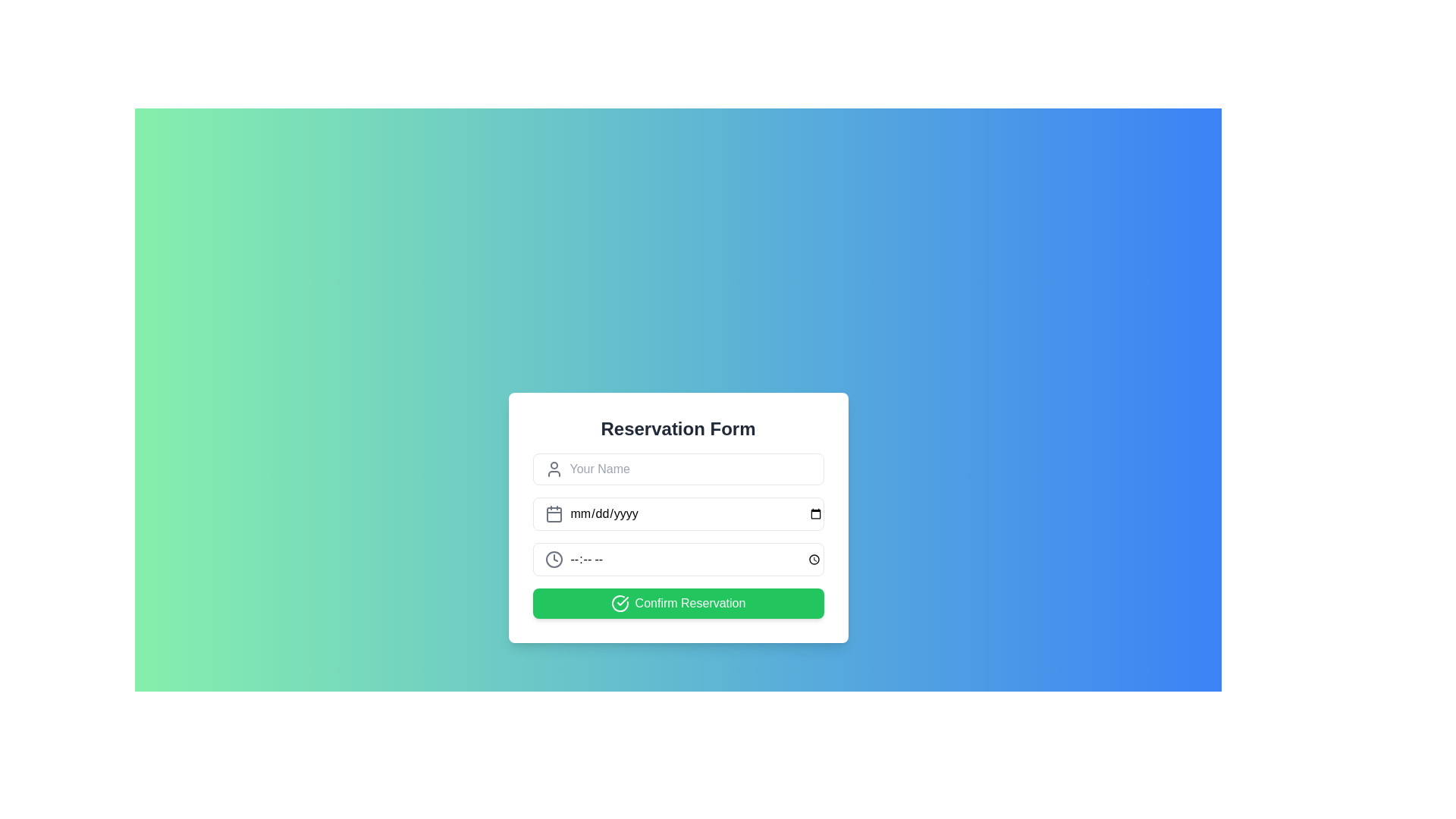  Describe the element at coordinates (620, 602) in the screenshot. I see `circular icon with a check mark inside, which is located on the left side of the 'Confirm Reservation' button, outlined in white on a green background` at that location.